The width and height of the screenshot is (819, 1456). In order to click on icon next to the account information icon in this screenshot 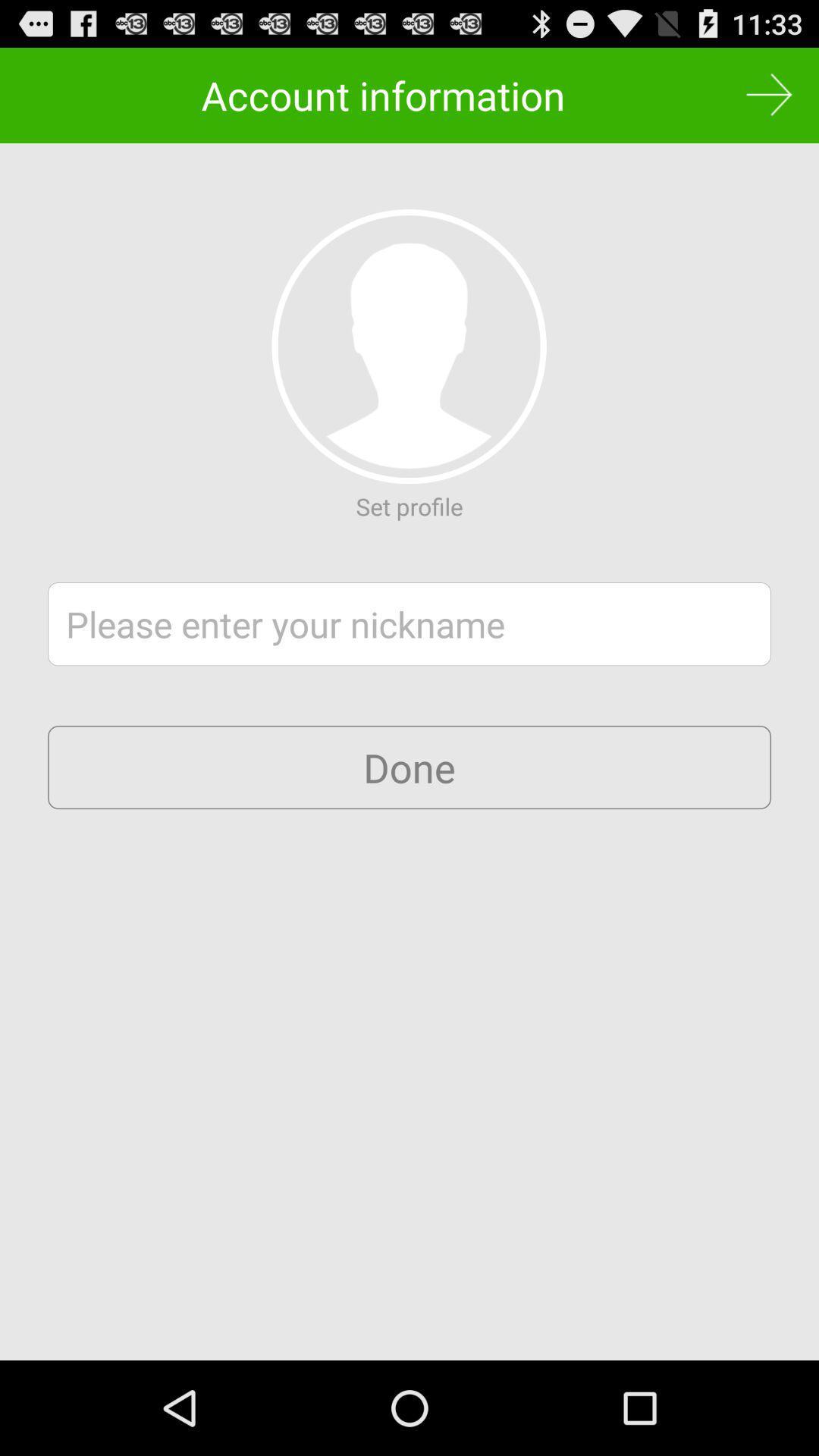, I will do `click(769, 94)`.